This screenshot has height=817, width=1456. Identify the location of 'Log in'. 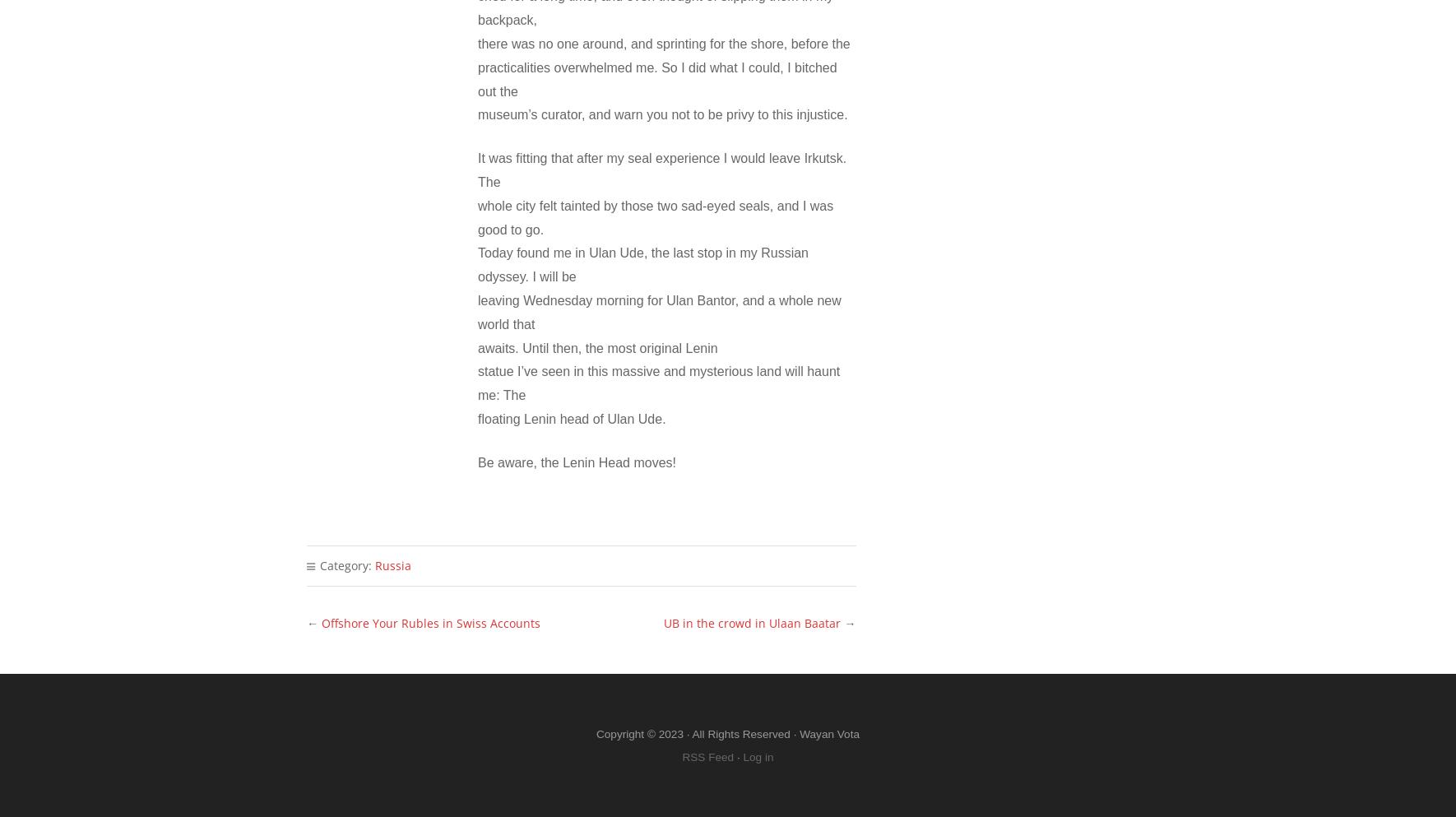
(742, 755).